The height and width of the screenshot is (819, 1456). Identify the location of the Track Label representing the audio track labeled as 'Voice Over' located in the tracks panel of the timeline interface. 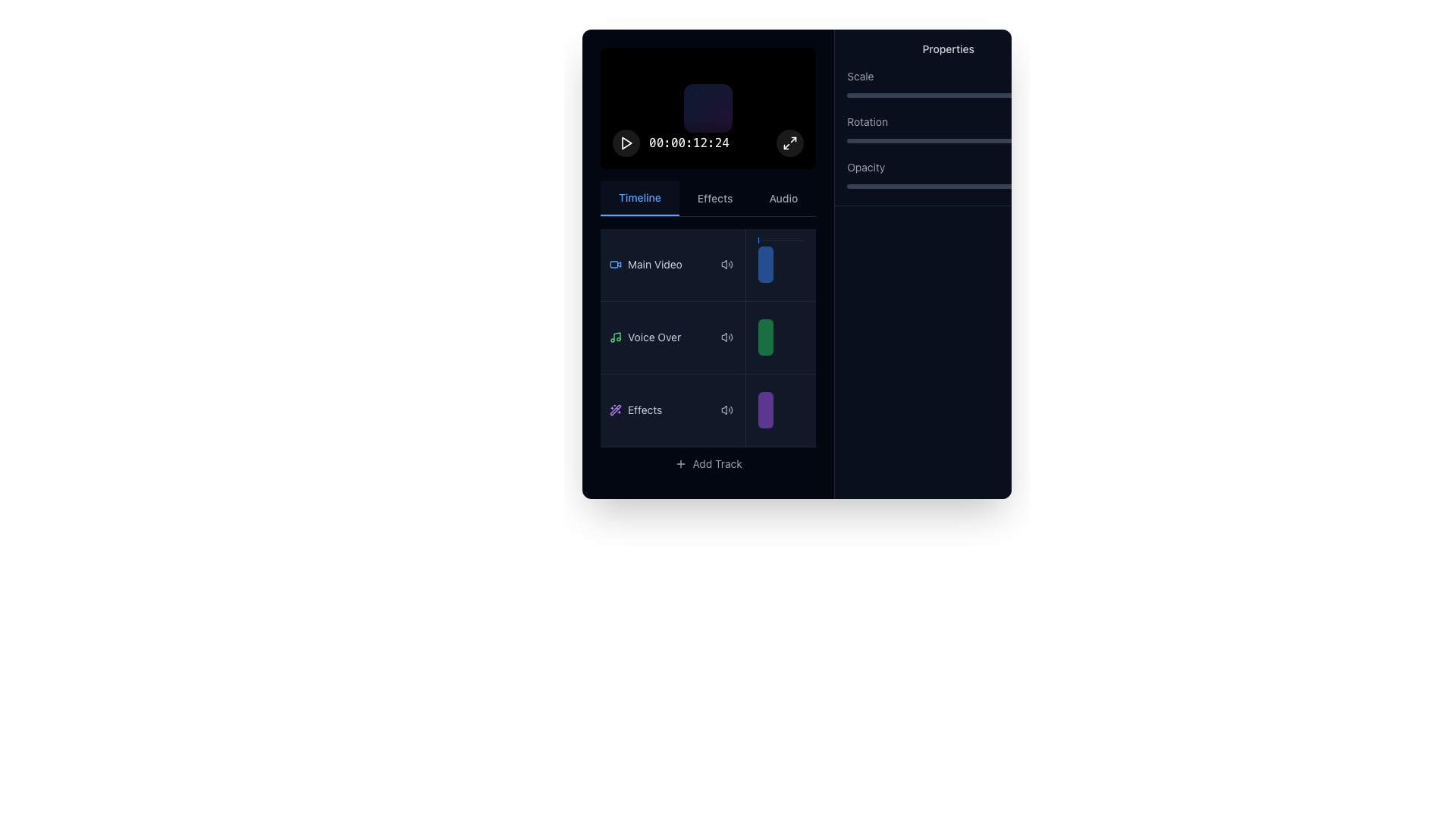
(645, 337).